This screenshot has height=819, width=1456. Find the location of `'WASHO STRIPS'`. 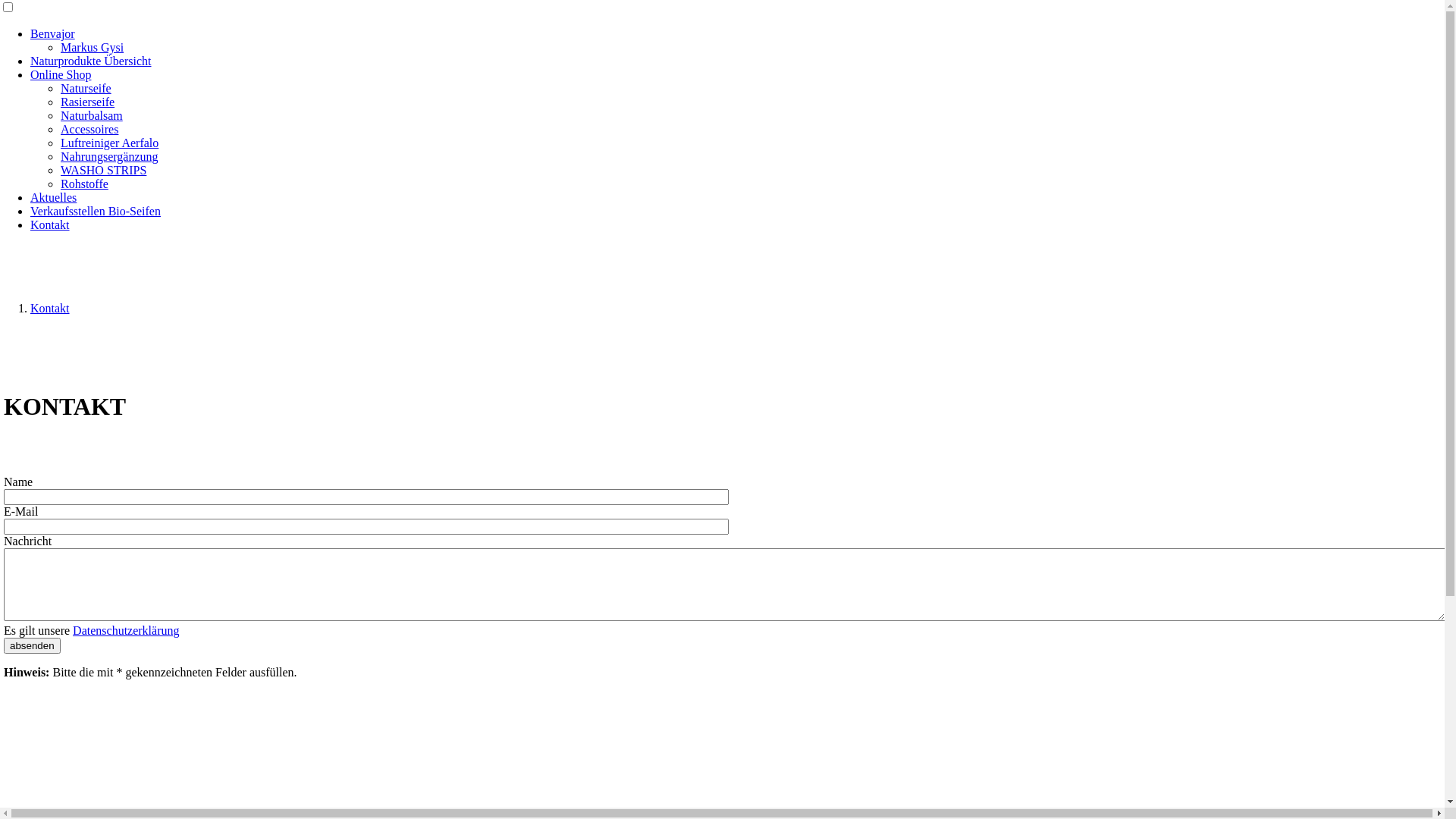

'WASHO STRIPS' is located at coordinates (102, 170).